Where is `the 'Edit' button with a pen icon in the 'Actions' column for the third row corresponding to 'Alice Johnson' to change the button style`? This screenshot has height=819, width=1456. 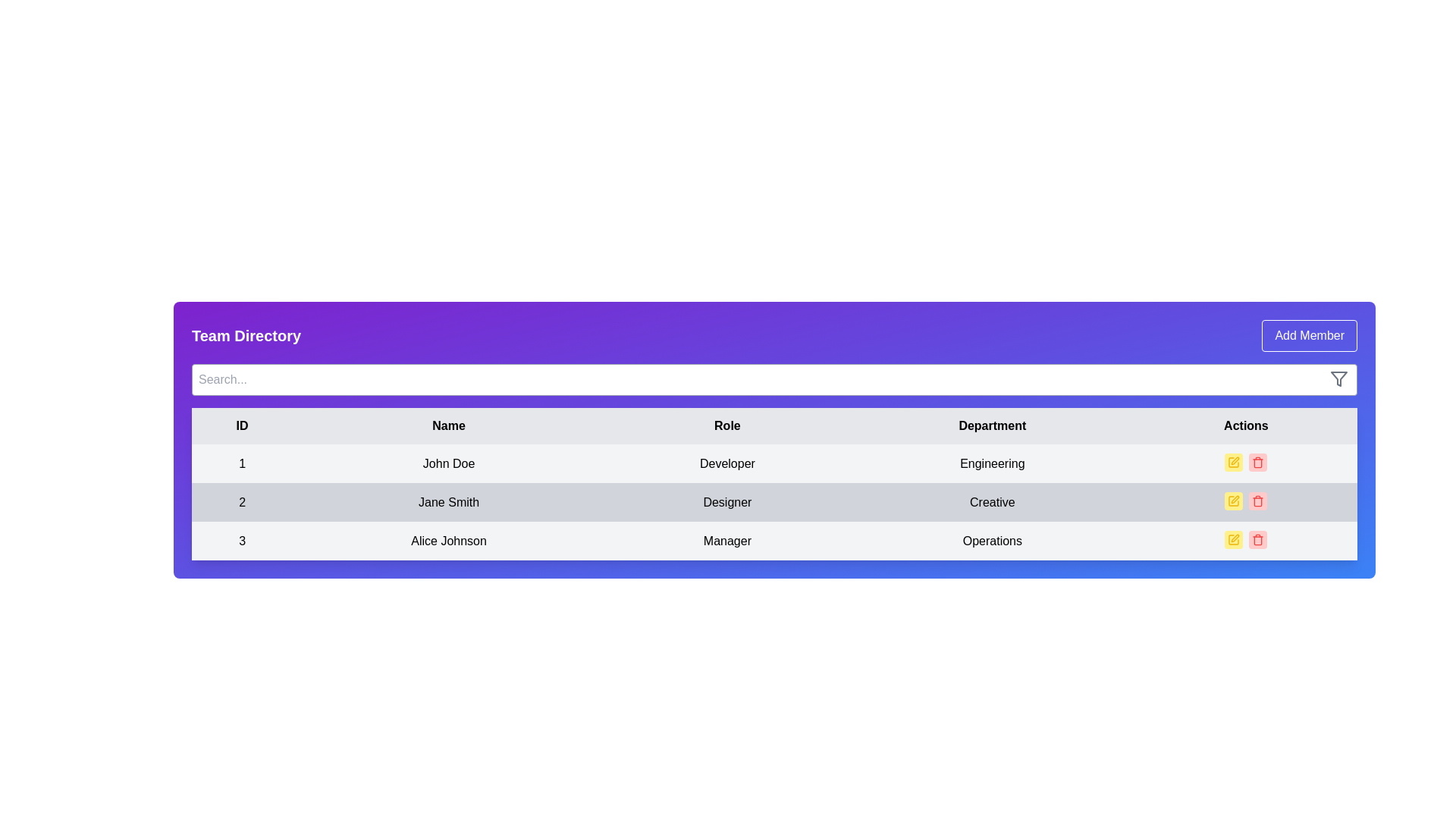 the 'Edit' button with a pen icon in the 'Actions' column for the third row corresponding to 'Alice Johnson' to change the button style is located at coordinates (1234, 539).